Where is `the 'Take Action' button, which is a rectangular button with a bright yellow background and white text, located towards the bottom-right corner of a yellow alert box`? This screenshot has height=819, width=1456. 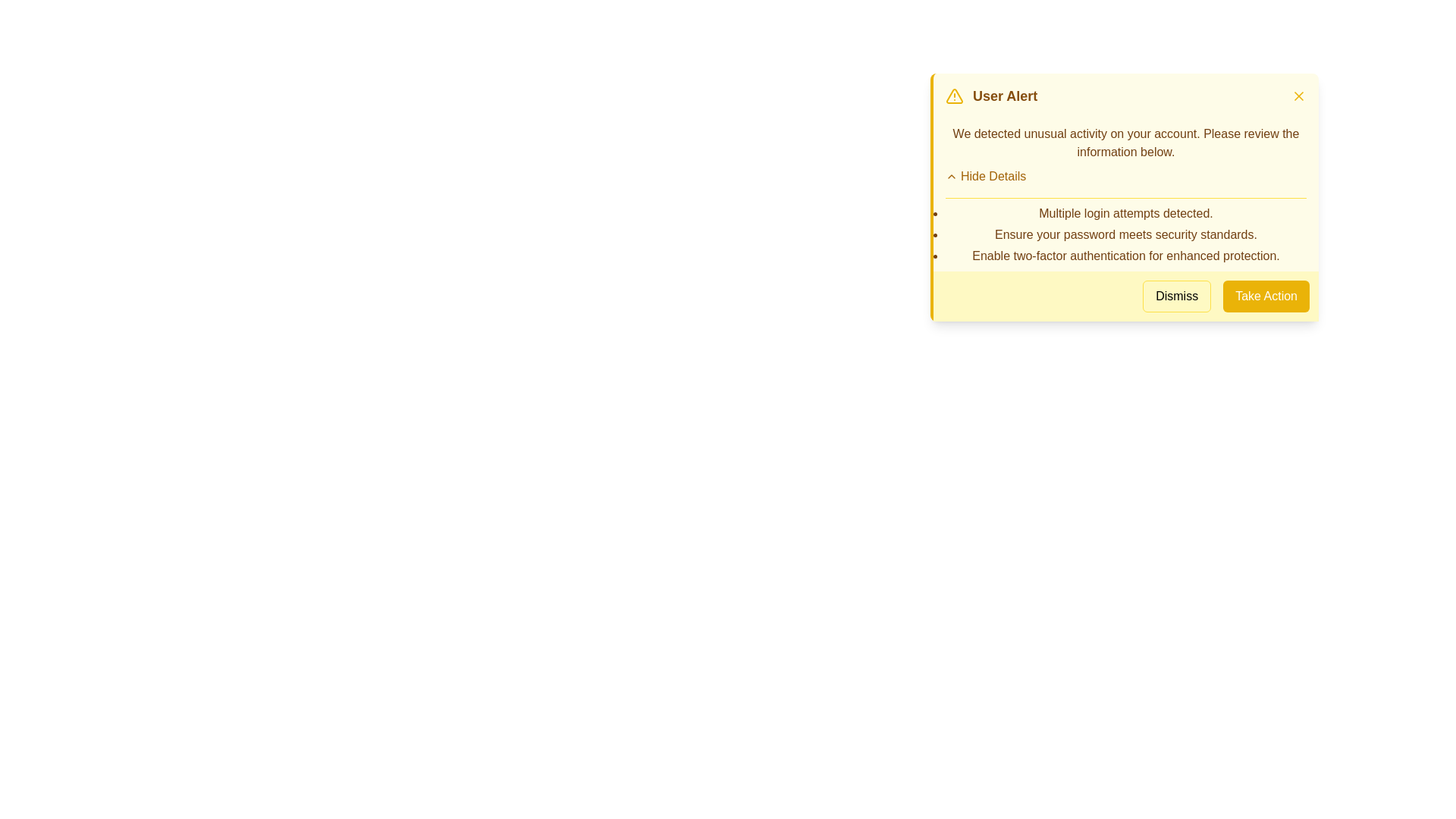
the 'Take Action' button, which is a rectangular button with a bright yellow background and white text, located towards the bottom-right corner of a yellow alert box is located at coordinates (1266, 296).